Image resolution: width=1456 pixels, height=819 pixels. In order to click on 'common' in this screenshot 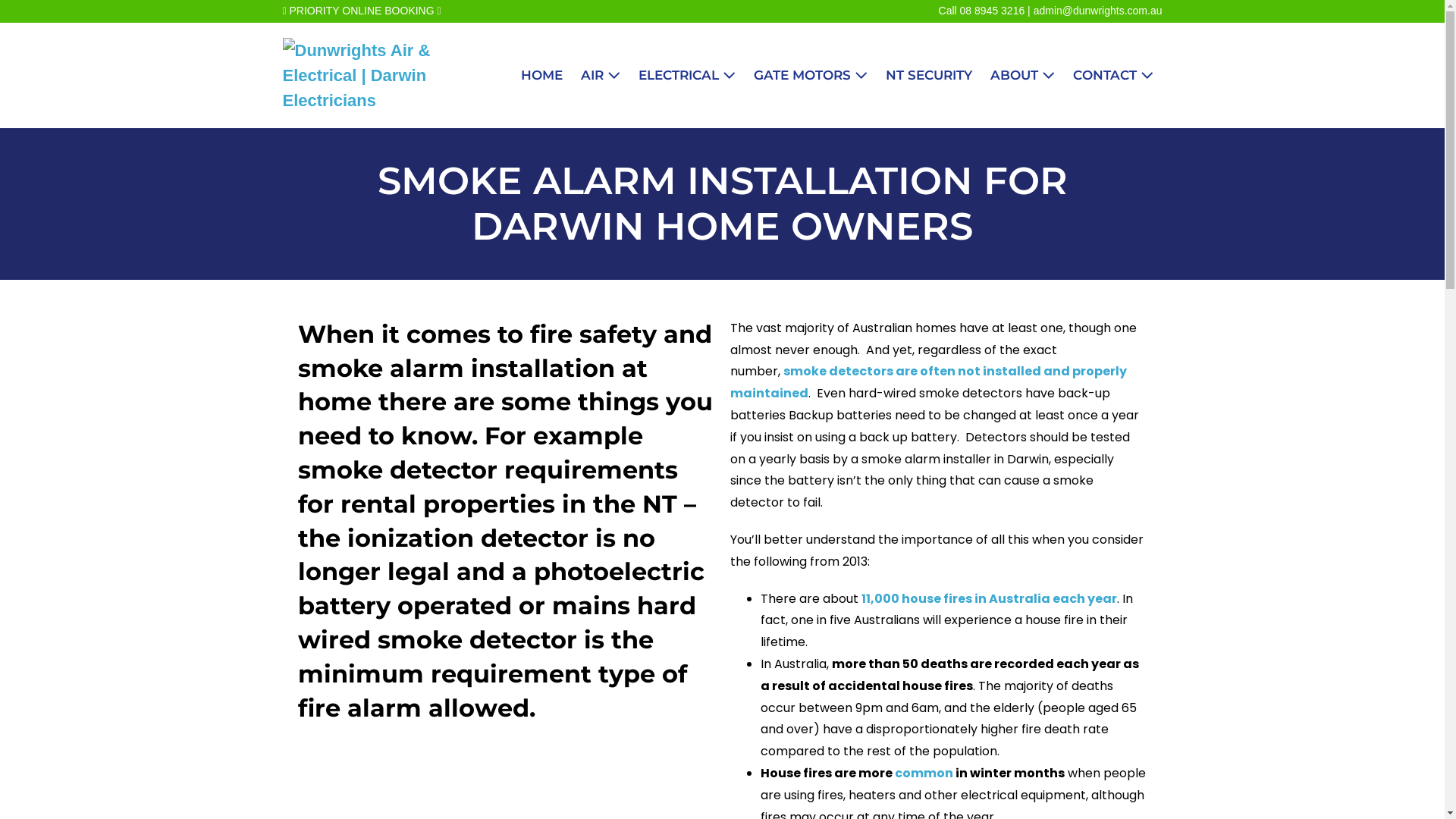, I will do `click(923, 773)`.